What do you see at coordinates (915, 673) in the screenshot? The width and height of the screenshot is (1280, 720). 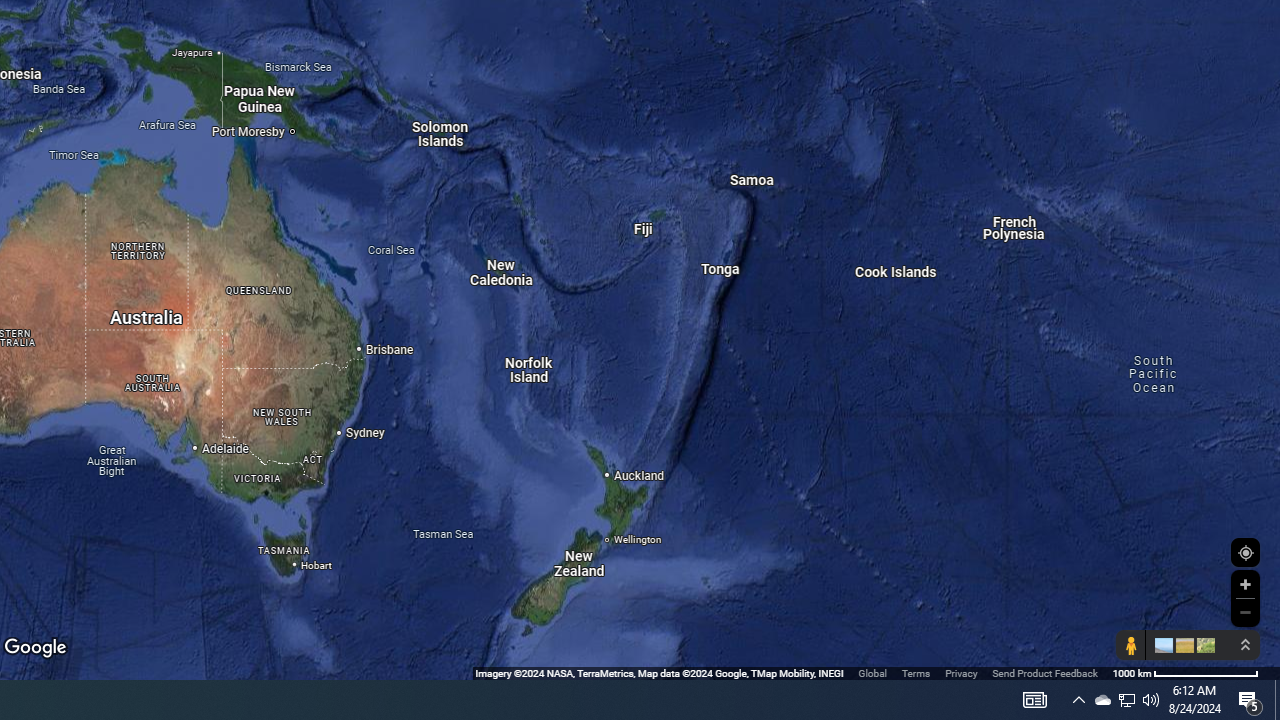 I see `'Terms'` at bounding box center [915, 673].